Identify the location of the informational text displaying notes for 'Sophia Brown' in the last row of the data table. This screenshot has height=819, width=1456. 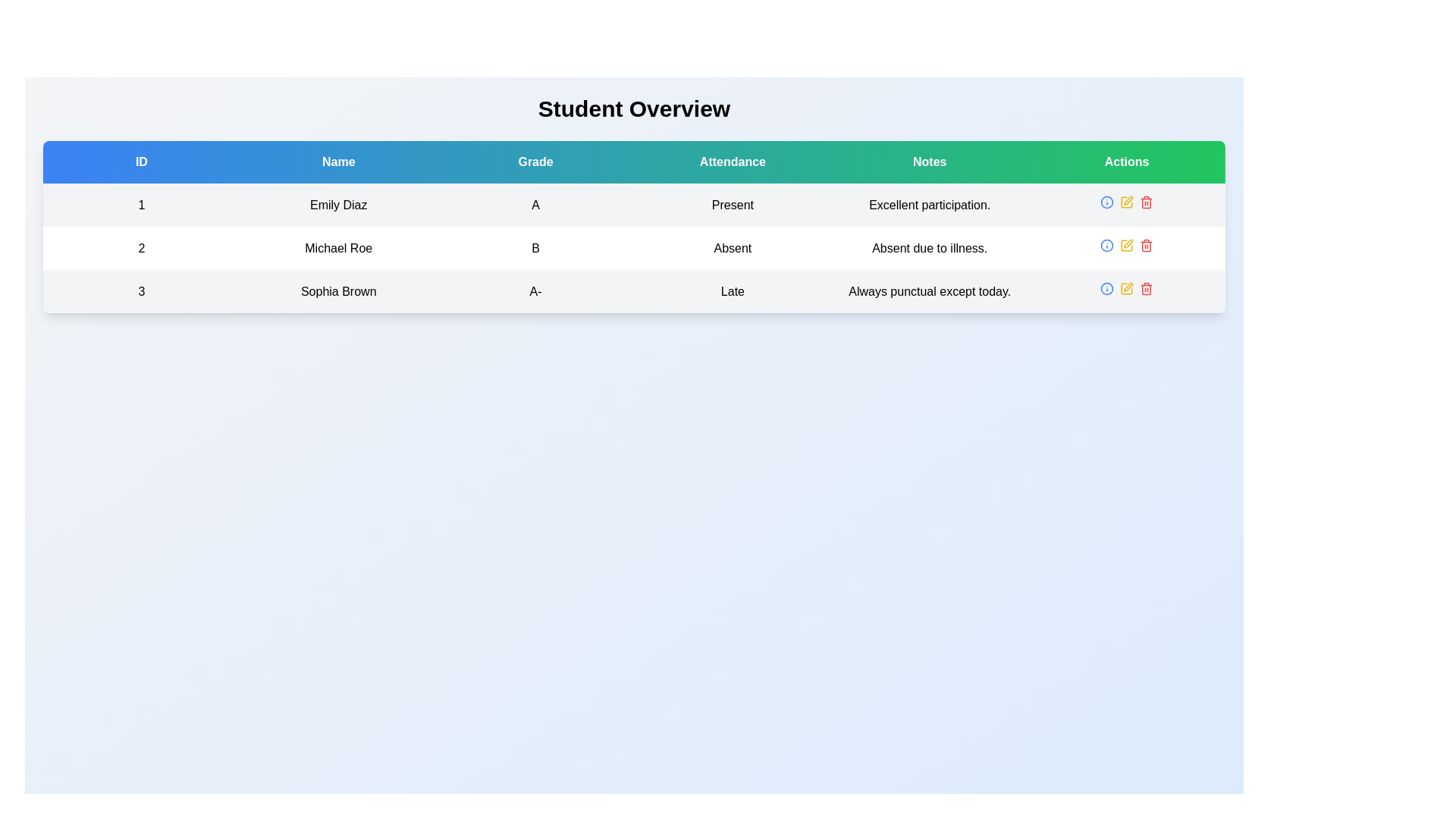
(929, 291).